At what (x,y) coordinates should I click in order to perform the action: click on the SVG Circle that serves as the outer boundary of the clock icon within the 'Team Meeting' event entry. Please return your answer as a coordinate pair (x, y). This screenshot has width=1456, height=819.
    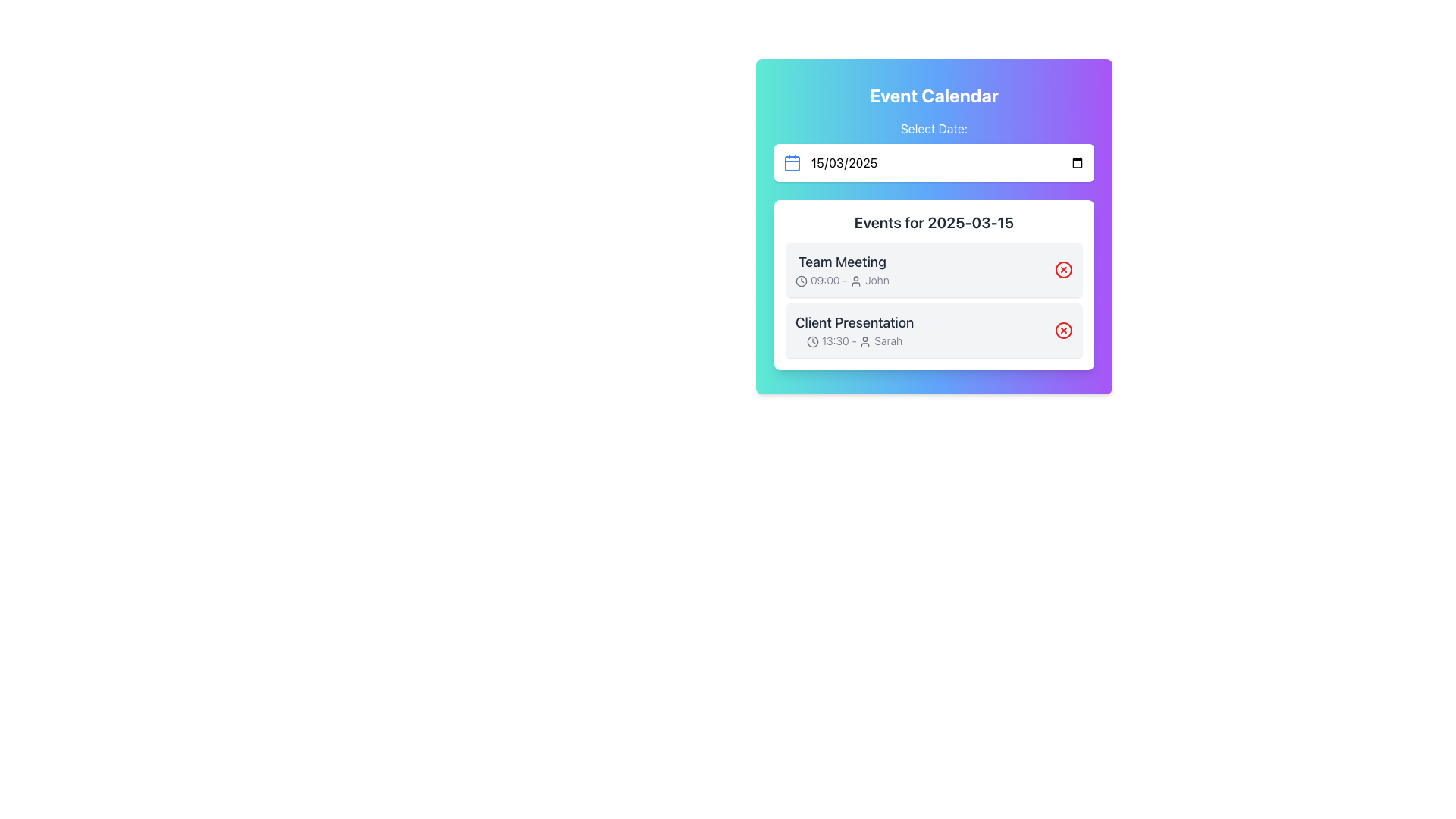
    Looking at the image, I should click on (800, 281).